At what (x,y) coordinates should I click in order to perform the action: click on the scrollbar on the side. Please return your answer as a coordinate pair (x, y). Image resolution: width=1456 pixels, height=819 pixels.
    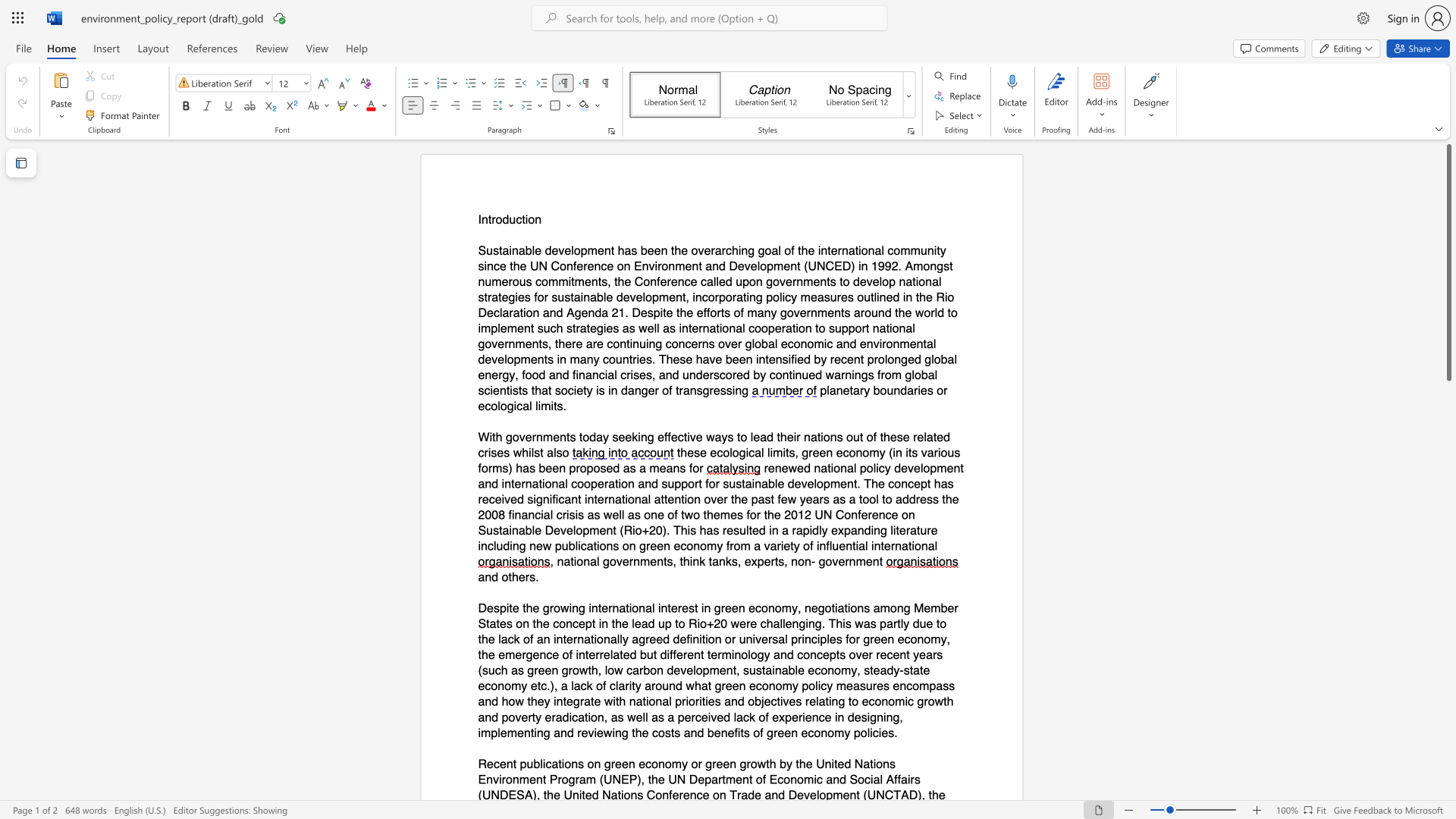
    Looking at the image, I should click on (1448, 698).